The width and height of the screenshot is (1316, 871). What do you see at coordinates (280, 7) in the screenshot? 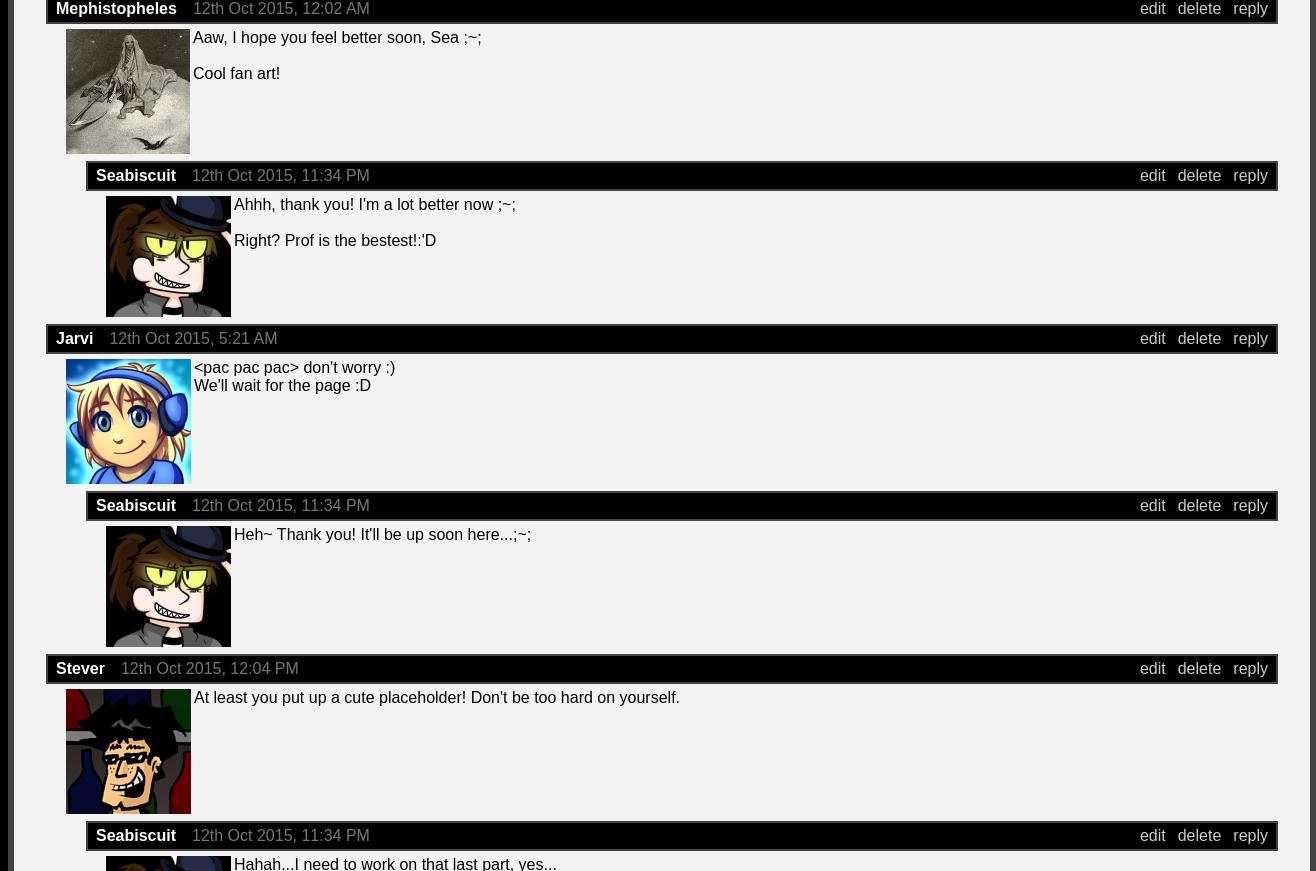
I see `'12th Oct 2015, 12:02 AM'` at bounding box center [280, 7].